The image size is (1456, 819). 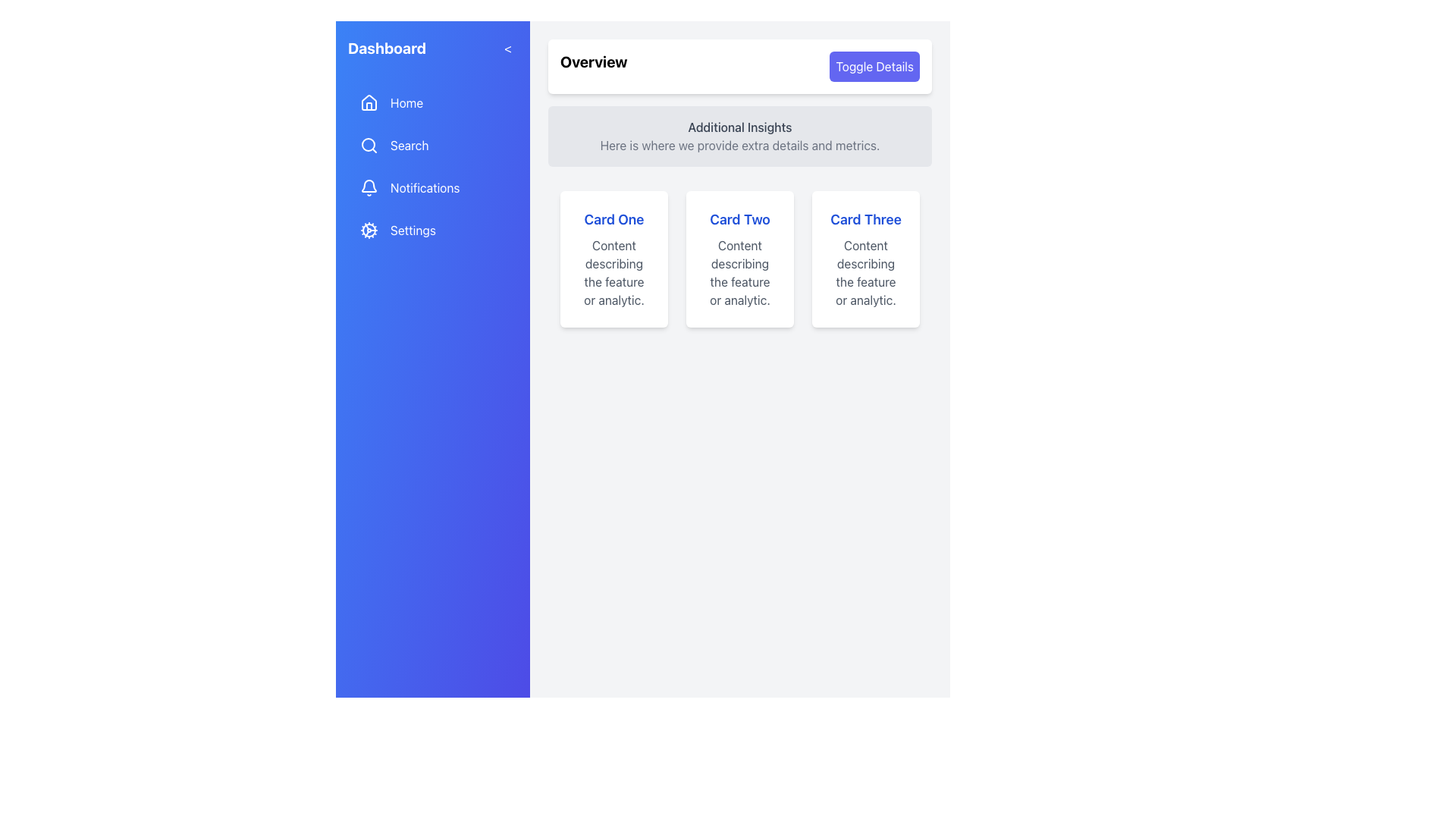 I want to click on the magnifying glass icon representing the 'search' function, located in the vertical navigation menu on the left side of the interface, so click(x=369, y=146).